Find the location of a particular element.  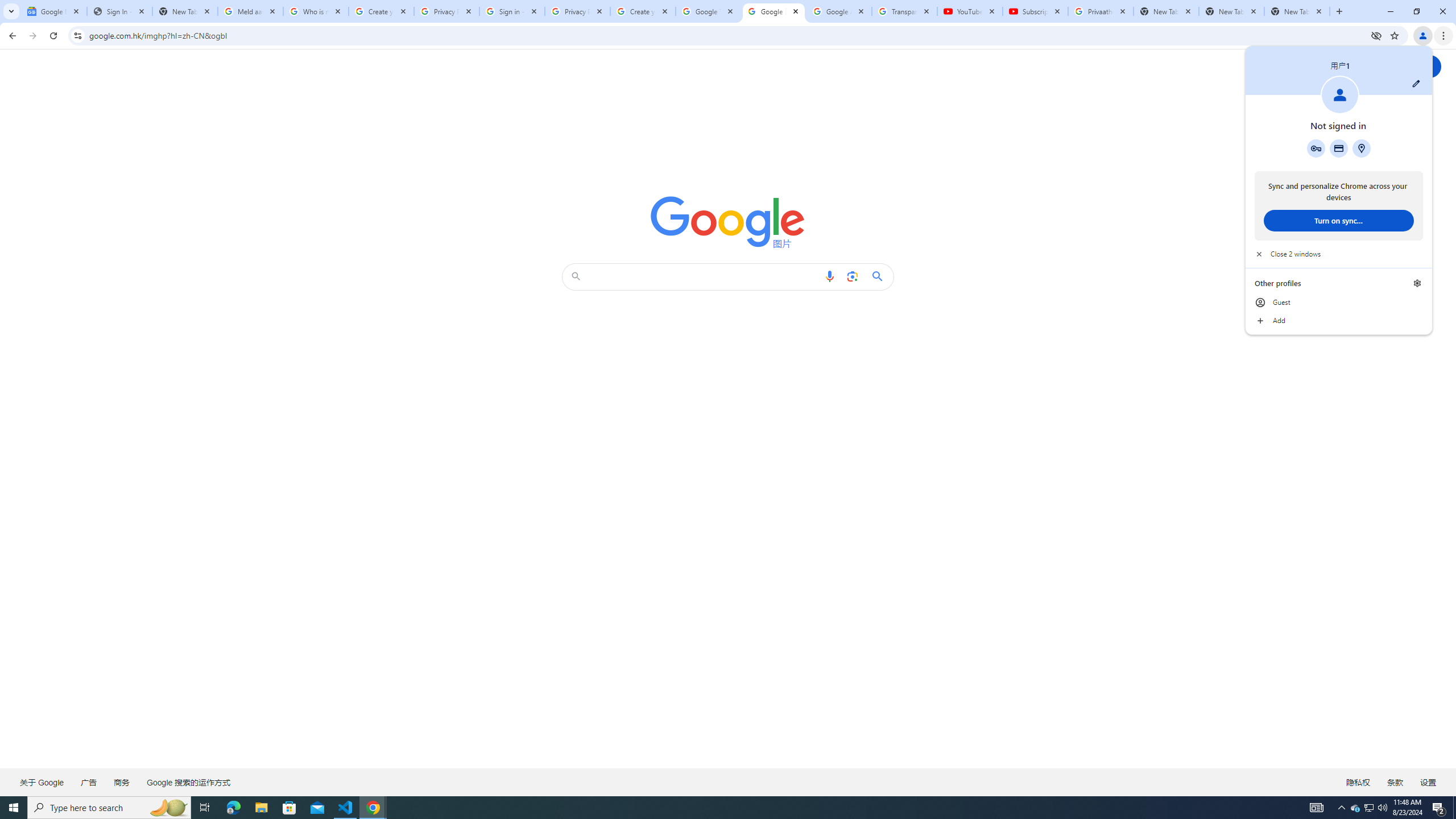

'Google News' is located at coordinates (53, 11).